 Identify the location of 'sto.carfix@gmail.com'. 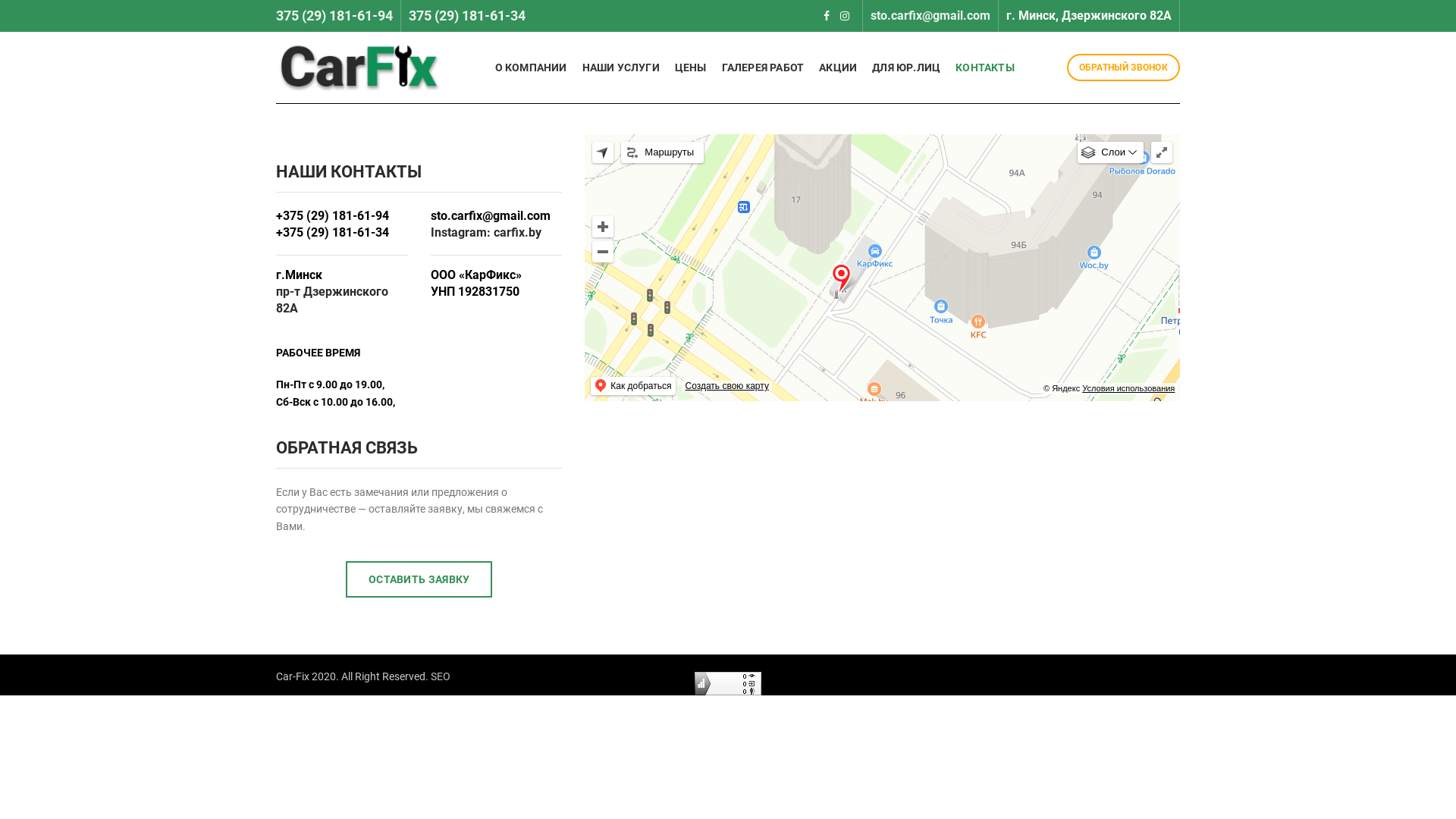
(930, 15).